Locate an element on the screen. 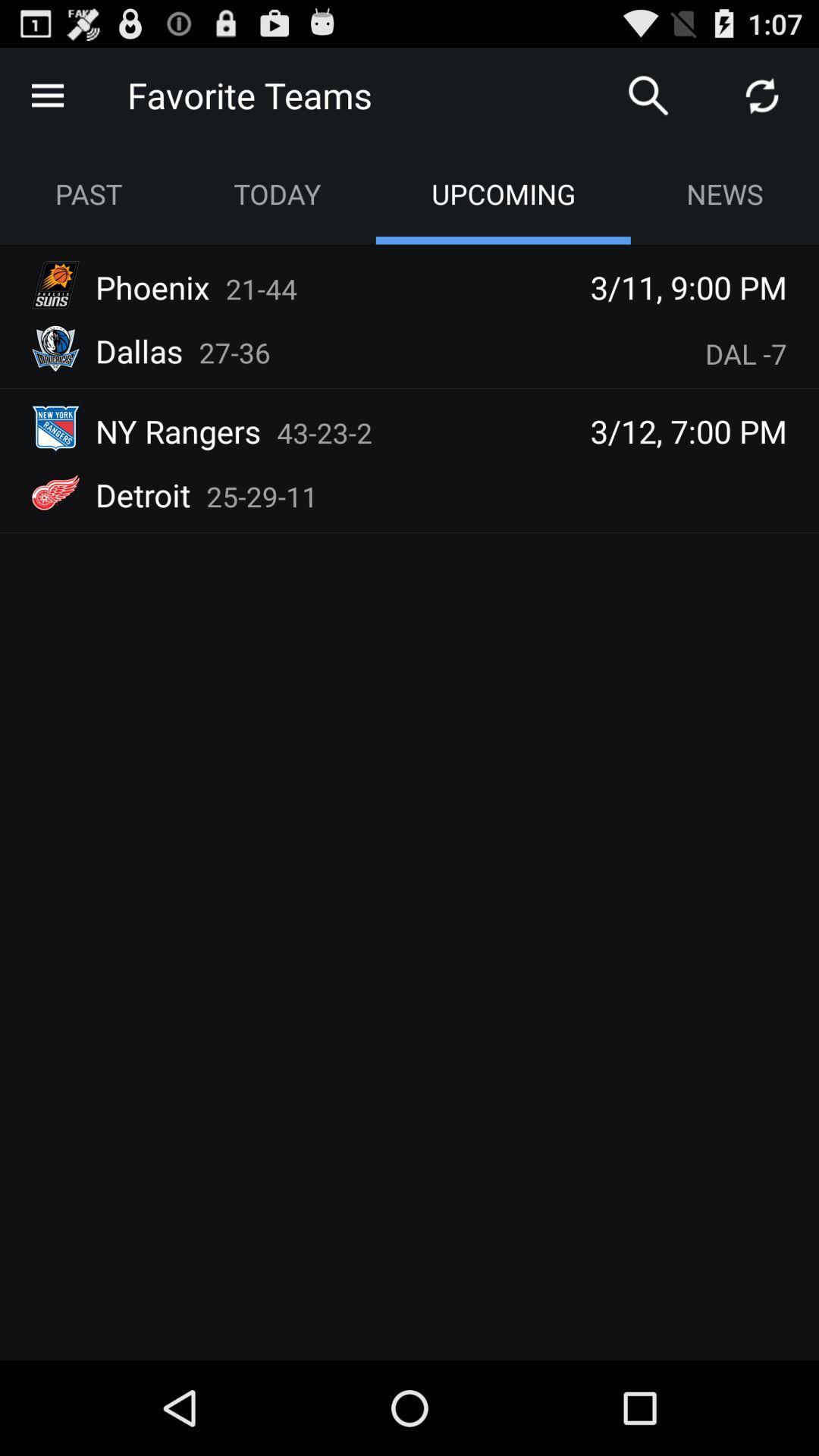 Image resolution: width=819 pixels, height=1456 pixels. the search icon is located at coordinates (648, 101).